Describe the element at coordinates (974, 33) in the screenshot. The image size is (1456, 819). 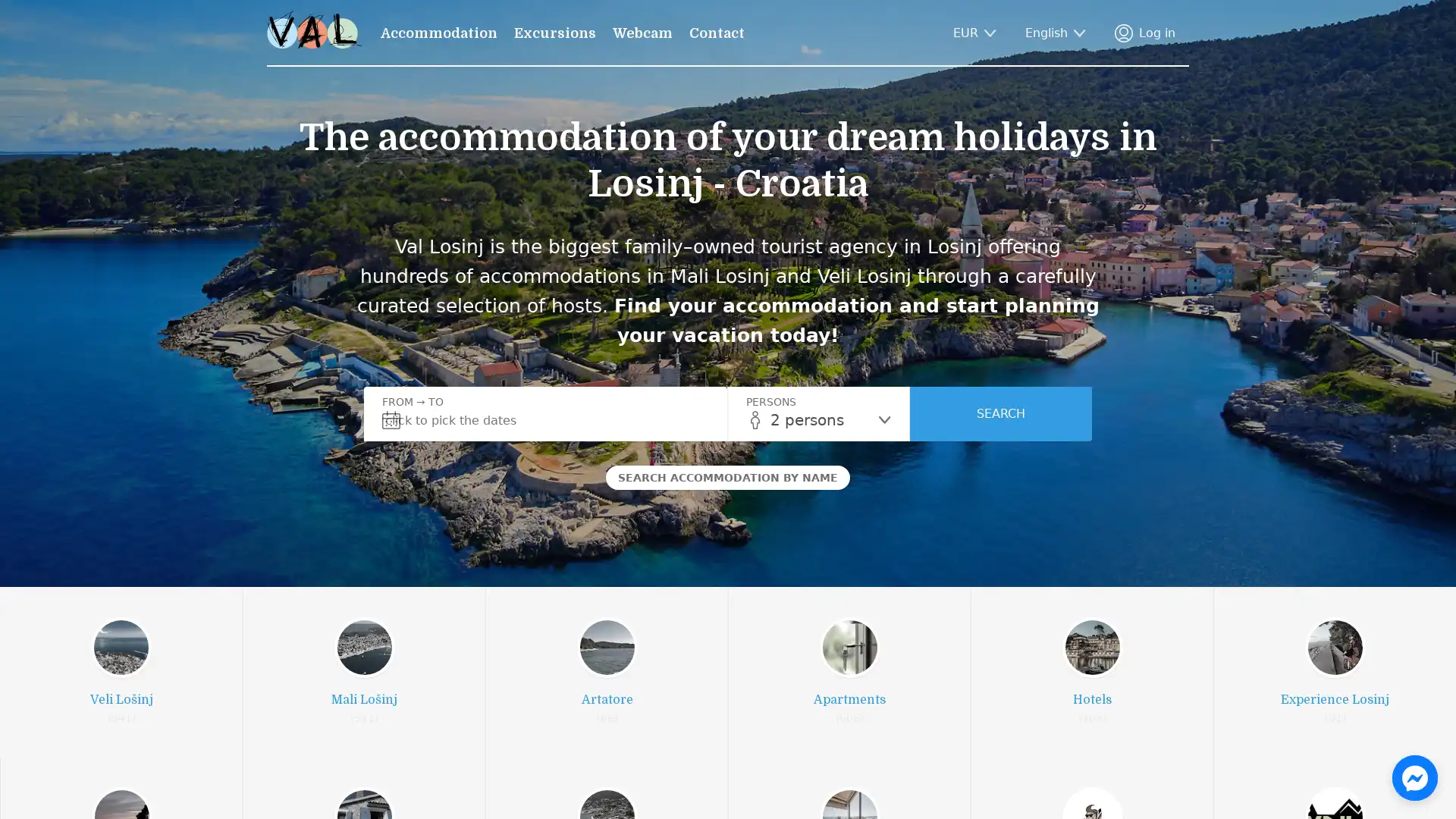
I see `Currency EUR` at that location.